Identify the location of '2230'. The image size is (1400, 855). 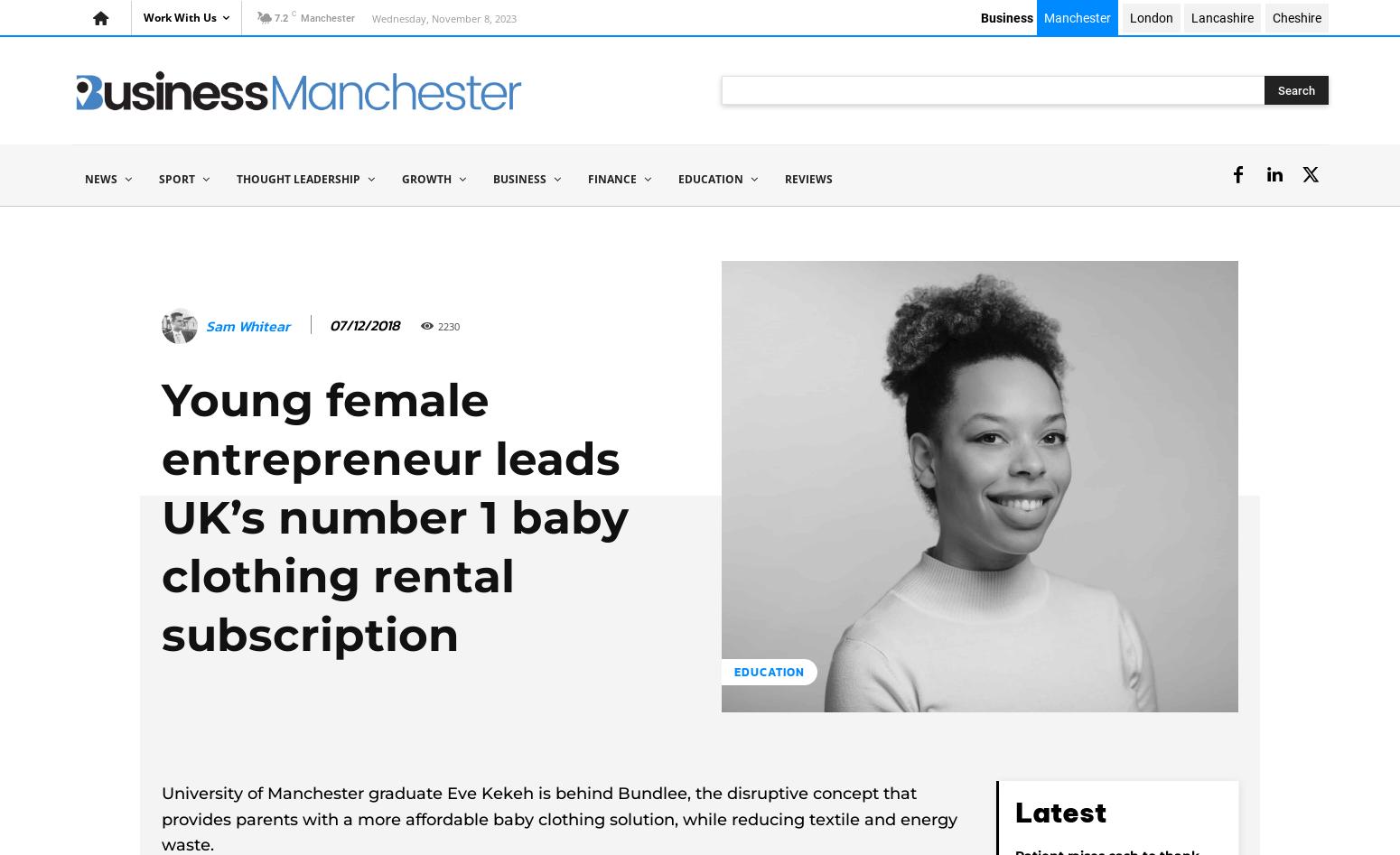
(447, 324).